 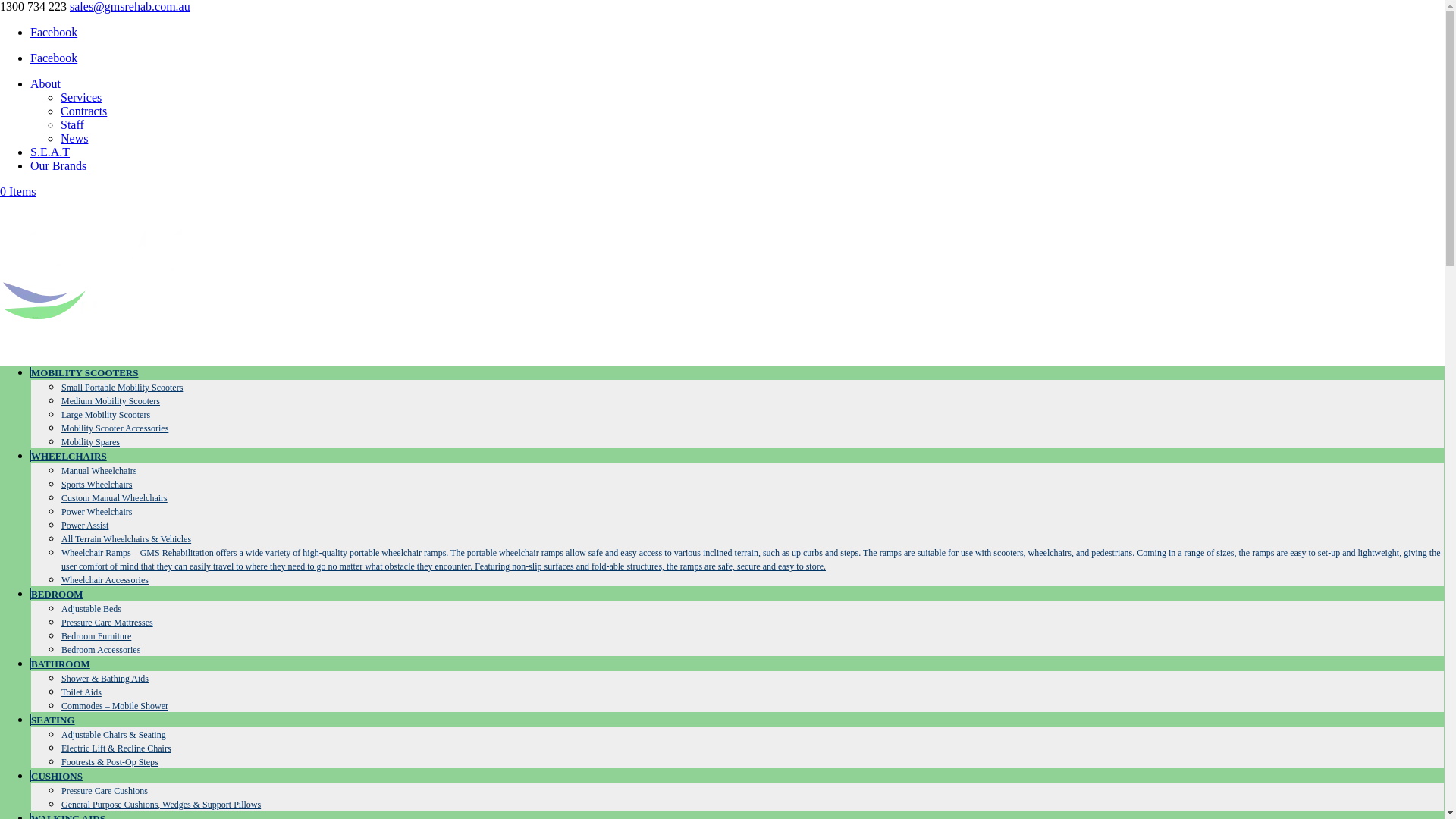 I want to click on 'Power Assist', so click(x=83, y=525).